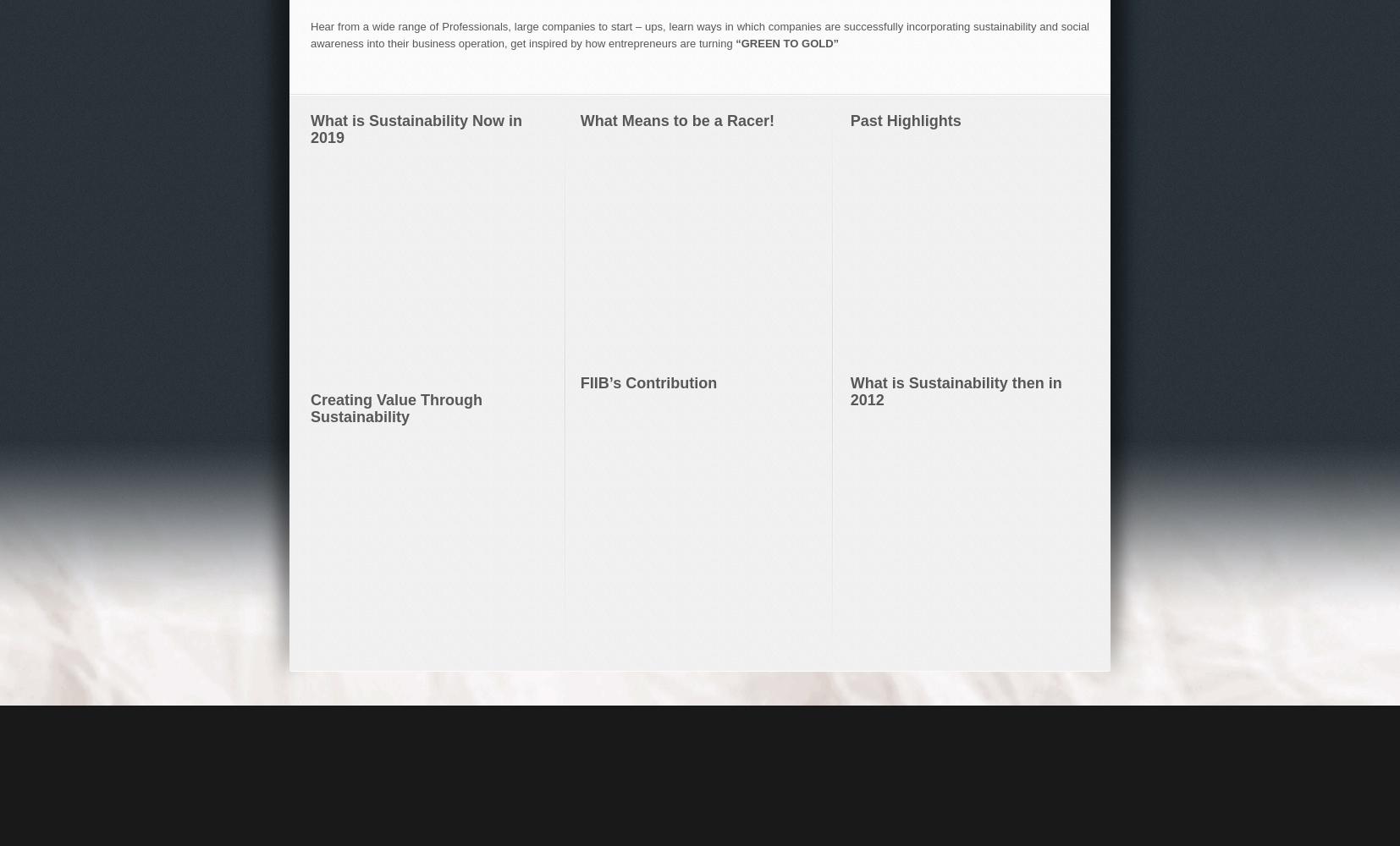 The height and width of the screenshot is (846, 1400). Describe the element at coordinates (310, 407) in the screenshot. I see `'Creating Value Through Sustainability'` at that location.